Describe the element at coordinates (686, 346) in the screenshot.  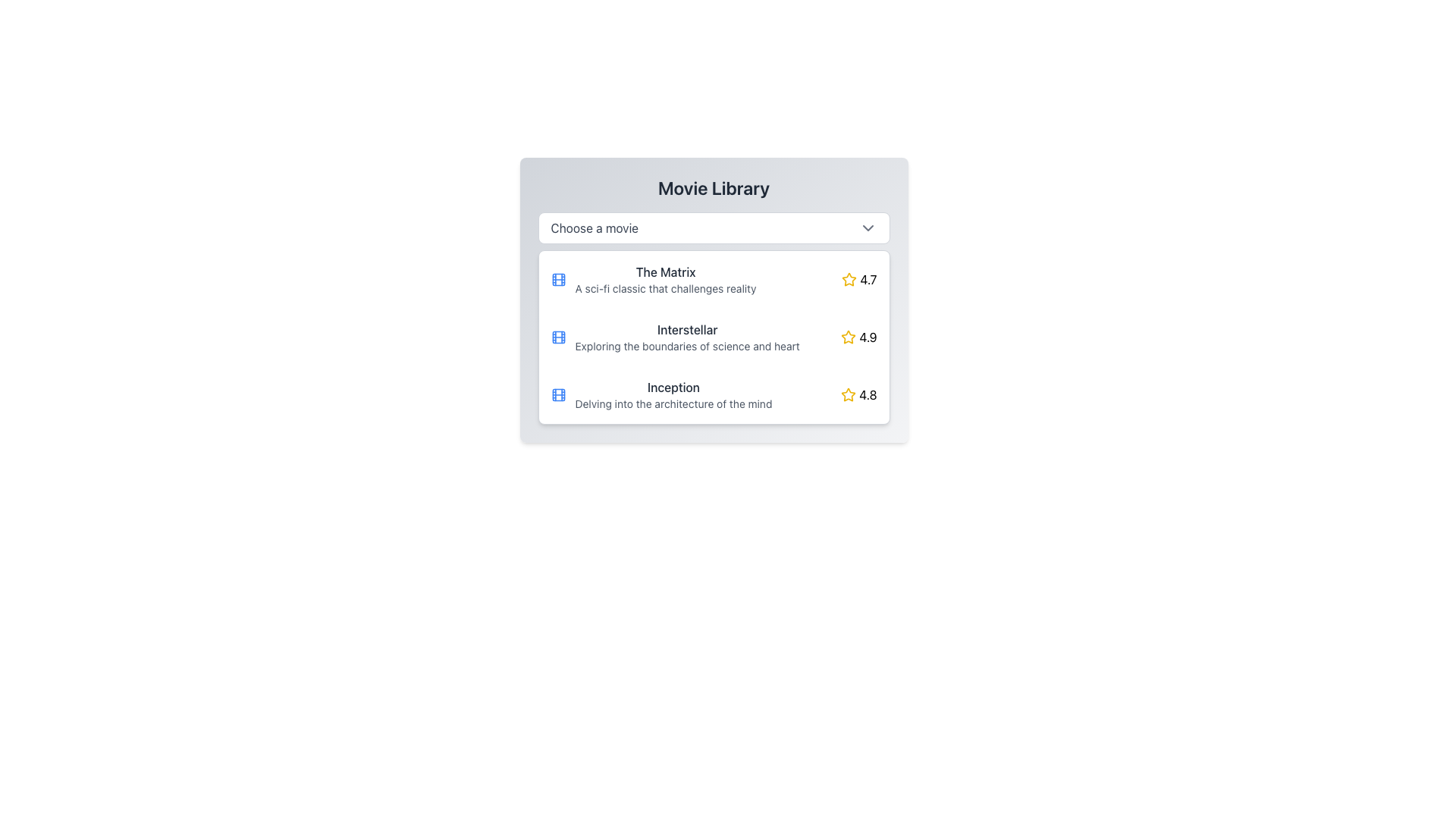
I see `text label providing additional context for the movie 'Interstellar' located below the title in the movie information list` at that location.